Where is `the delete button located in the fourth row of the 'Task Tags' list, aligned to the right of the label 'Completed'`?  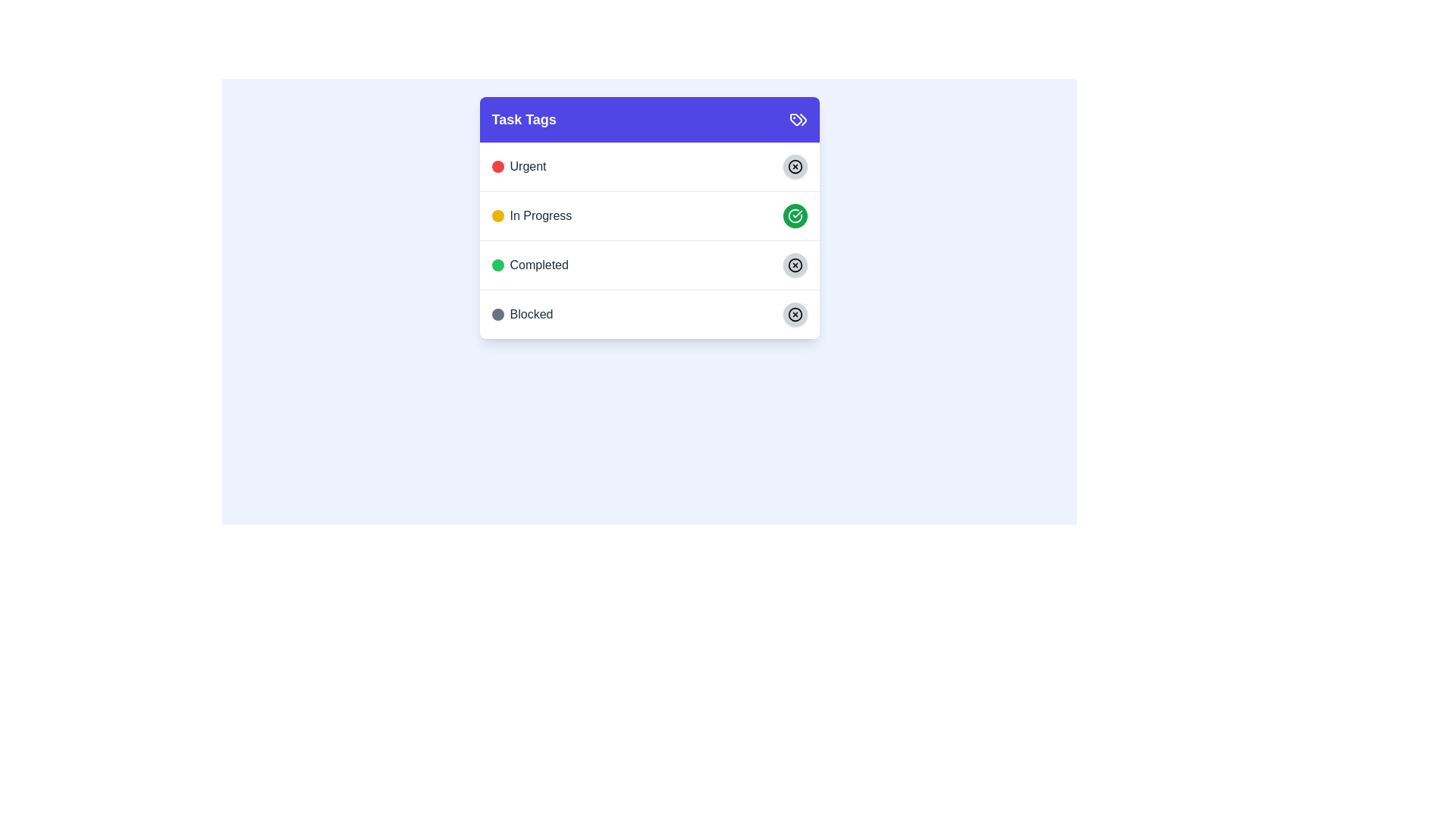
the delete button located in the fourth row of the 'Task Tags' list, aligned to the right of the label 'Completed' is located at coordinates (794, 265).